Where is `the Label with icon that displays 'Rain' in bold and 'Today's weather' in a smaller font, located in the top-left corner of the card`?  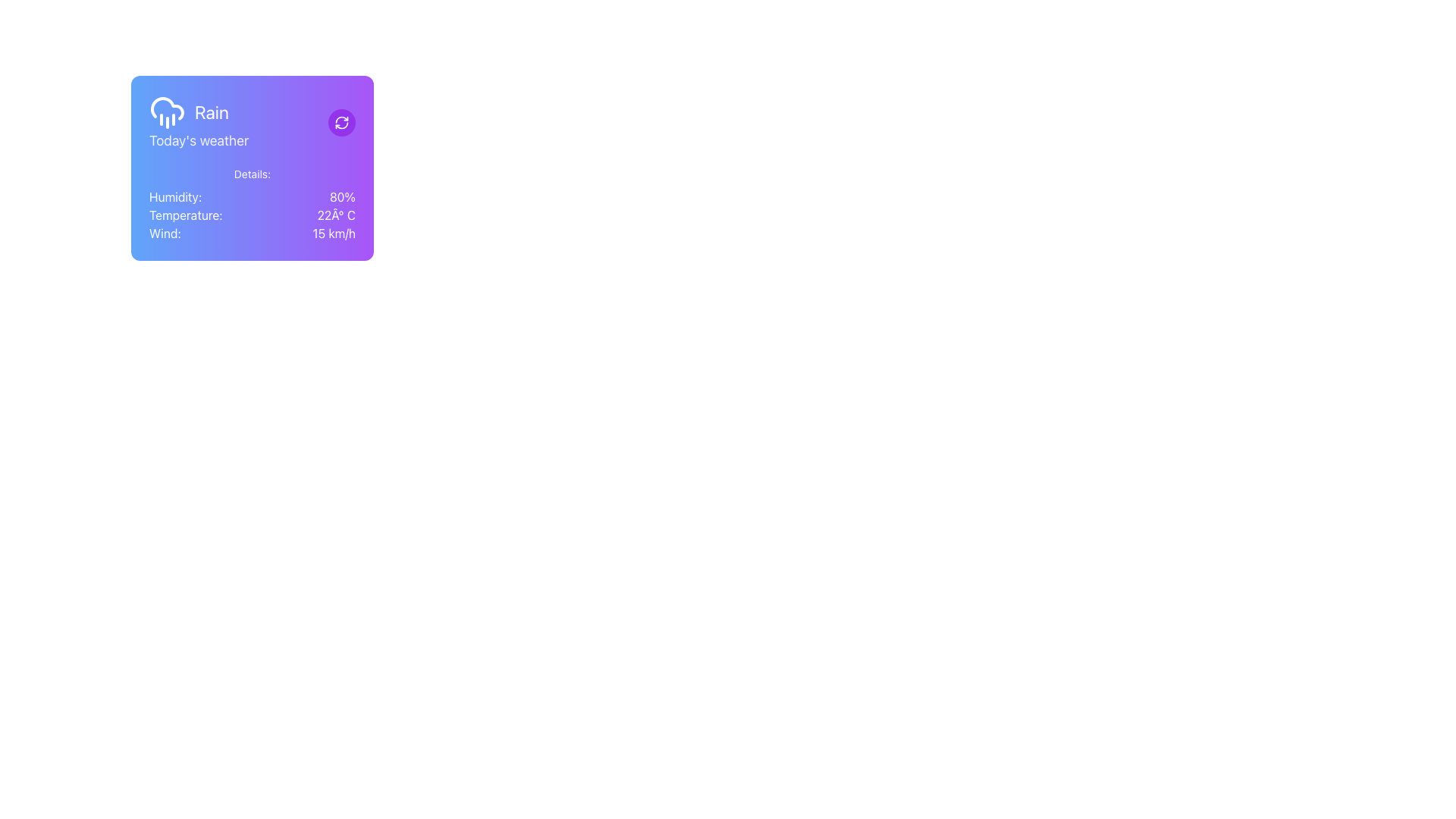 the Label with icon that displays 'Rain' in bold and 'Today's weather' in a smaller font, located in the top-left corner of the card is located at coordinates (198, 122).